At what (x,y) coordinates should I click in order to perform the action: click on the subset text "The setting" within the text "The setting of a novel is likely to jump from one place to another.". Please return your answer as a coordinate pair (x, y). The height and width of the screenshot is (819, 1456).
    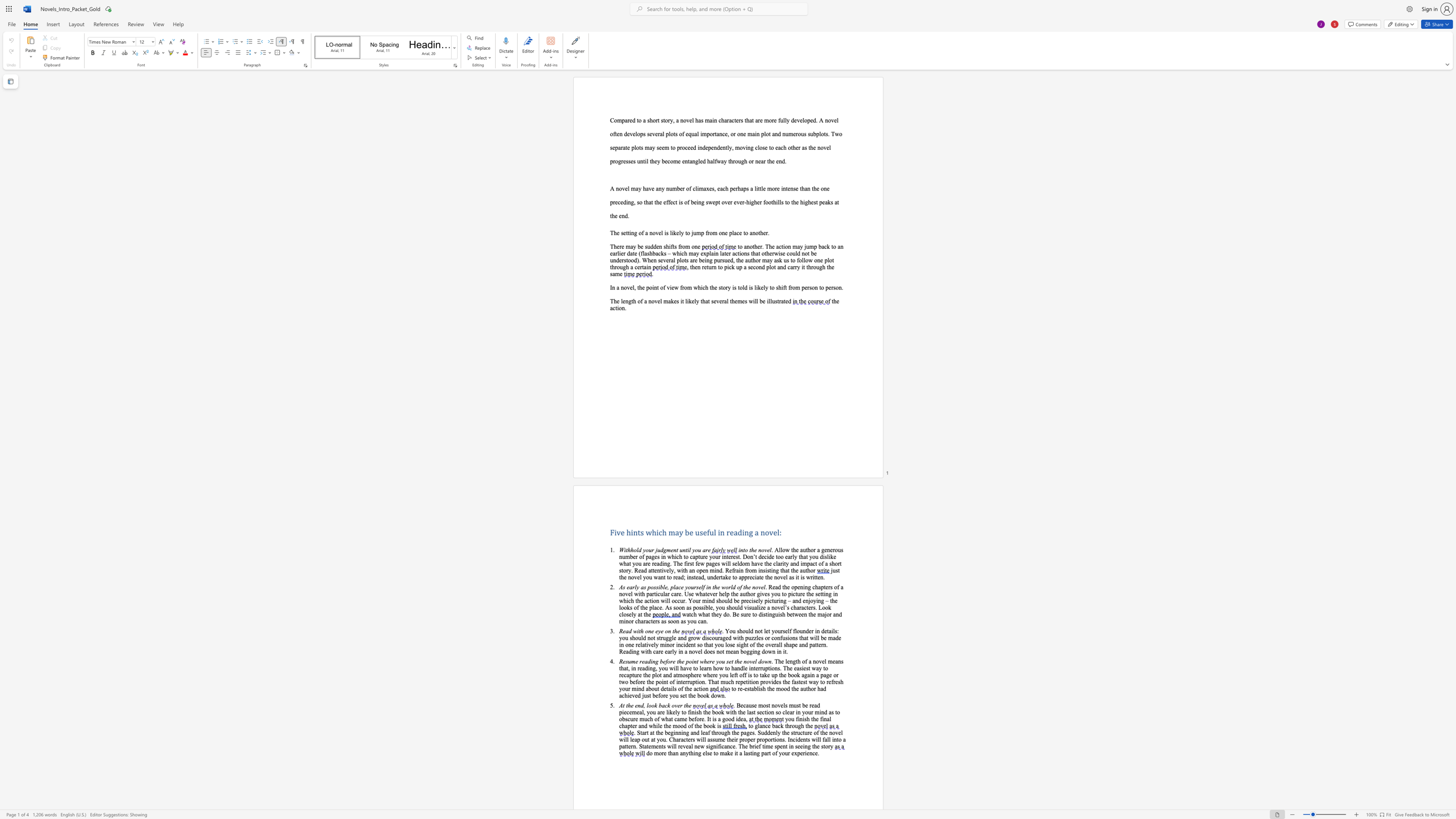
    Looking at the image, I should click on (610, 232).